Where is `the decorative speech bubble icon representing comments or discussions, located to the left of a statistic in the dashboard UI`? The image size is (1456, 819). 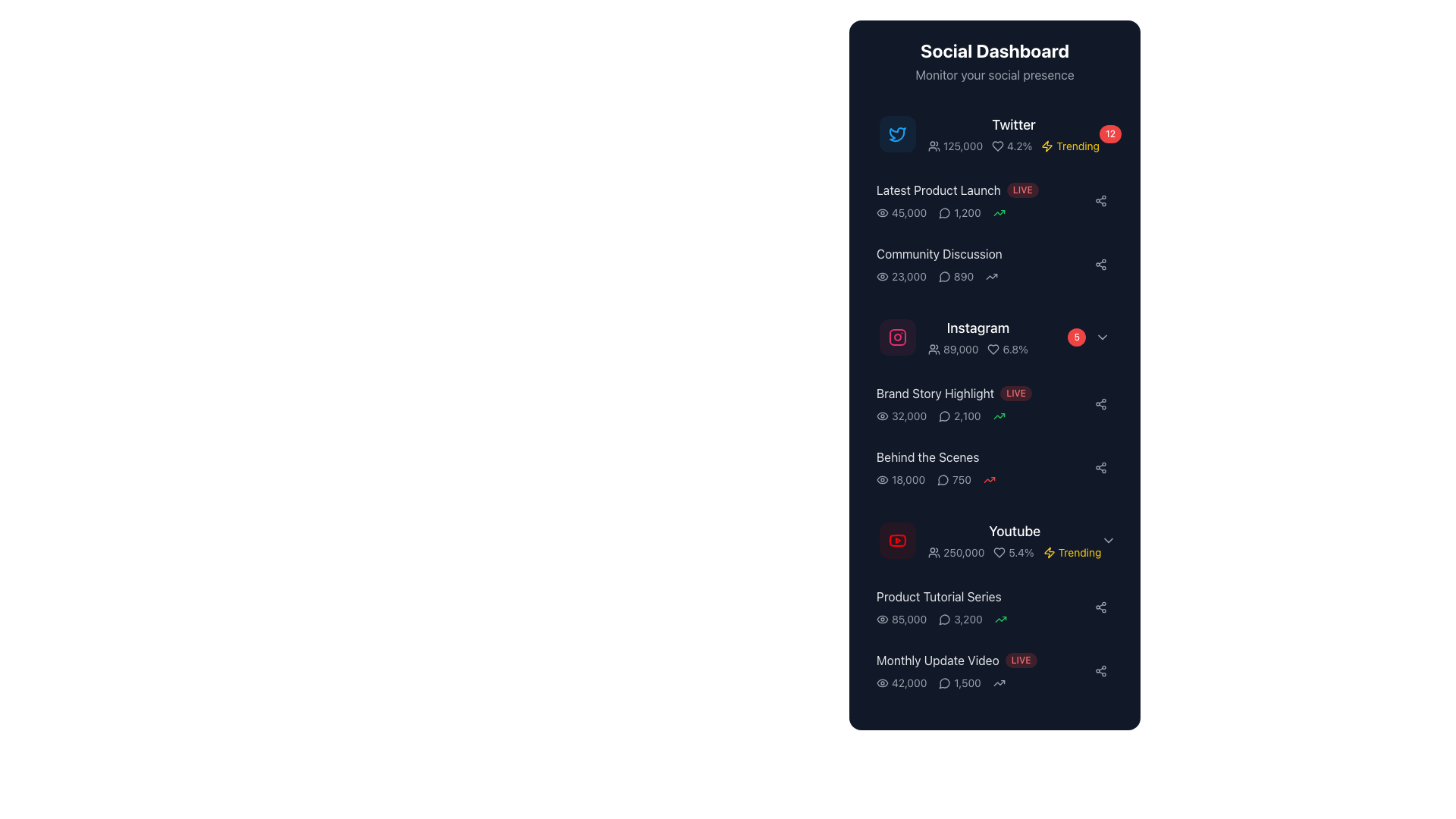
the decorative speech bubble icon representing comments or discussions, located to the left of a statistic in the dashboard UI is located at coordinates (942, 480).